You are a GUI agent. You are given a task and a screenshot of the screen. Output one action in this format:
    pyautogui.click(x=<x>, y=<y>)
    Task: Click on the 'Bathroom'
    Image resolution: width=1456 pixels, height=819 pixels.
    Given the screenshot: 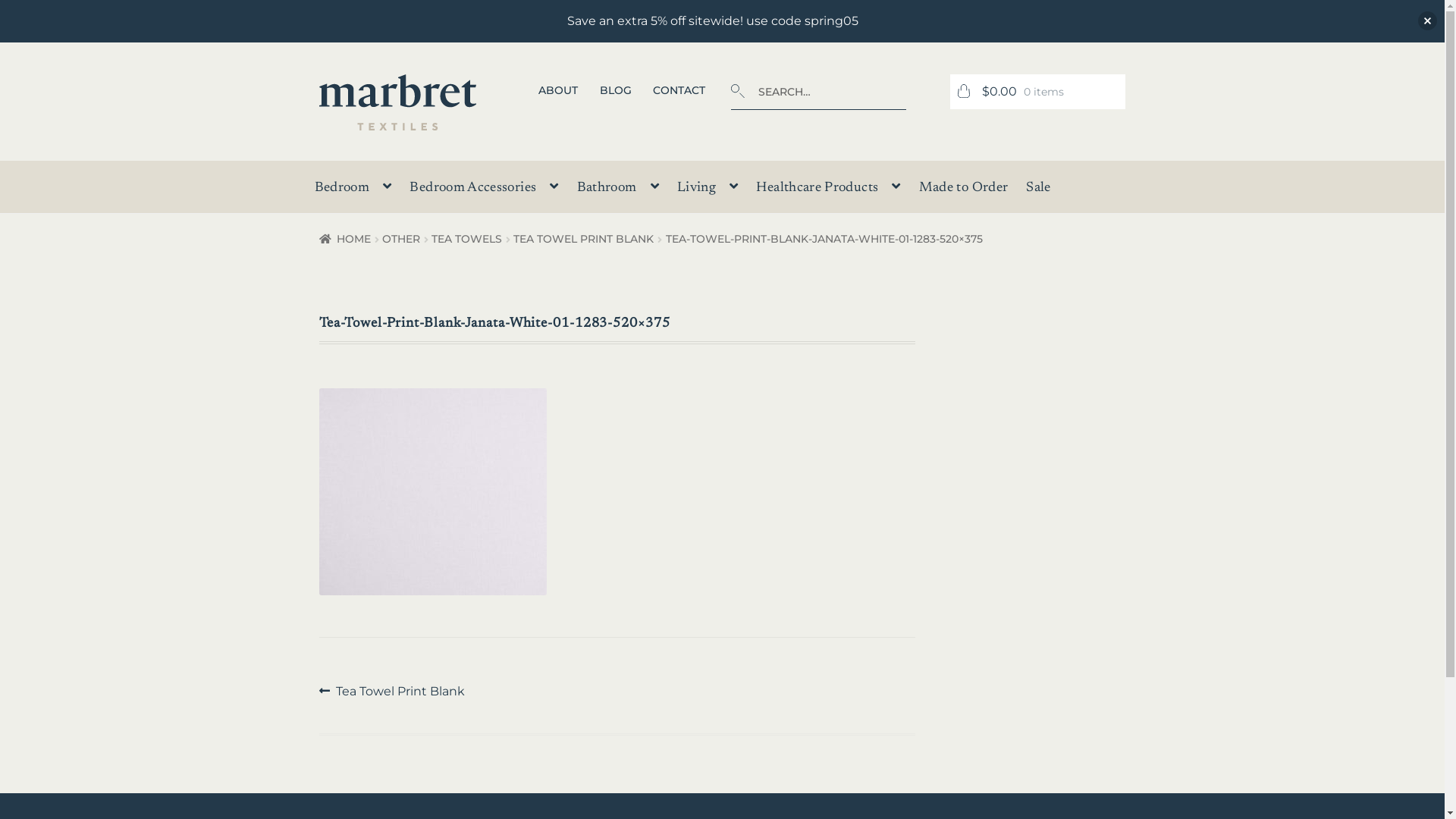 What is the action you would take?
    pyautogui.click(x=568, y=190)
    